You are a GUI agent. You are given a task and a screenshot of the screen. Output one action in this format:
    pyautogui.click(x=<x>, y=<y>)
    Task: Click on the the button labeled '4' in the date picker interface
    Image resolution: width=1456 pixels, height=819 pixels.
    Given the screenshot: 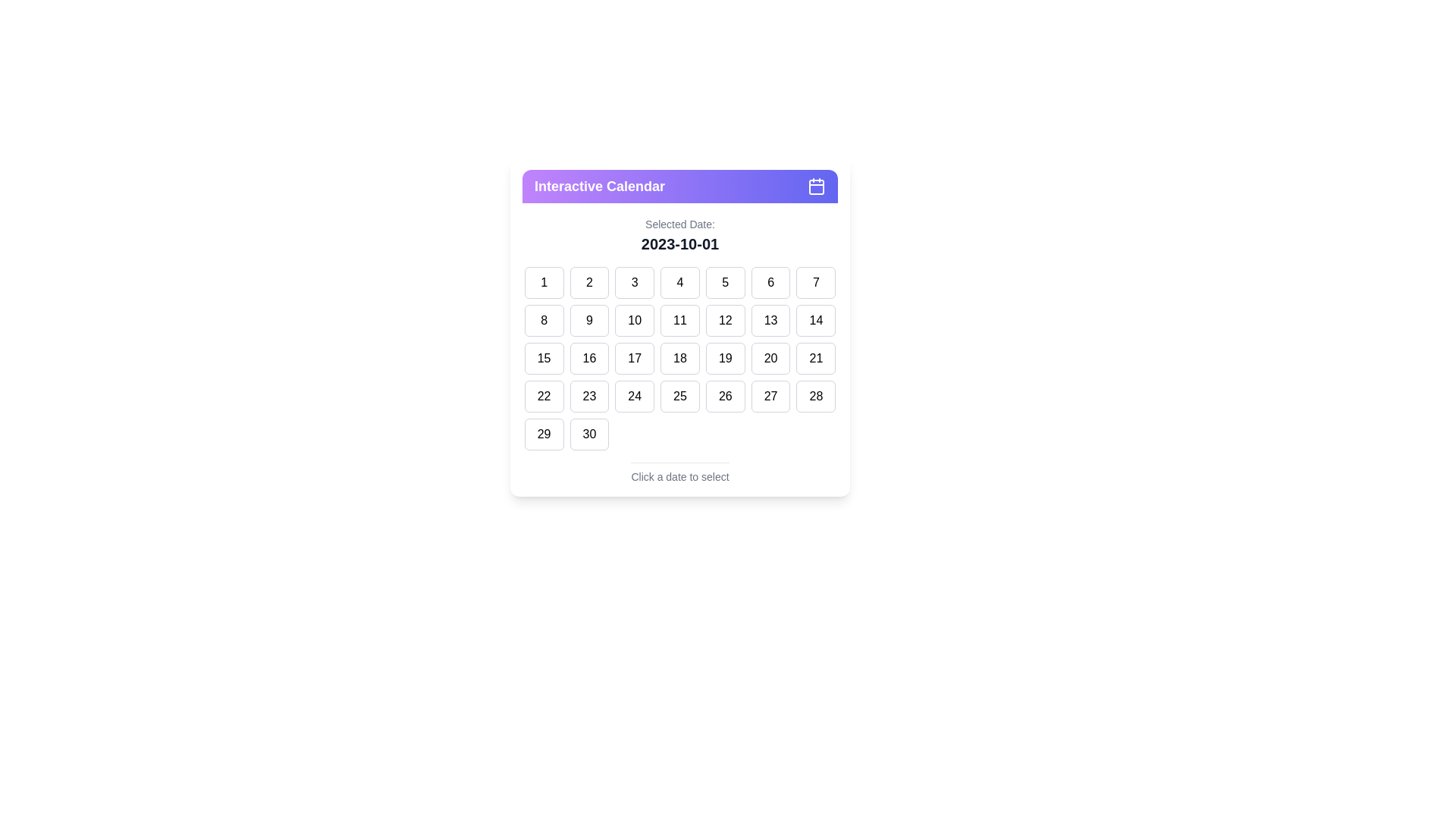 What is the action you would take?
    pyautogui.click(x=679, y=283)
    